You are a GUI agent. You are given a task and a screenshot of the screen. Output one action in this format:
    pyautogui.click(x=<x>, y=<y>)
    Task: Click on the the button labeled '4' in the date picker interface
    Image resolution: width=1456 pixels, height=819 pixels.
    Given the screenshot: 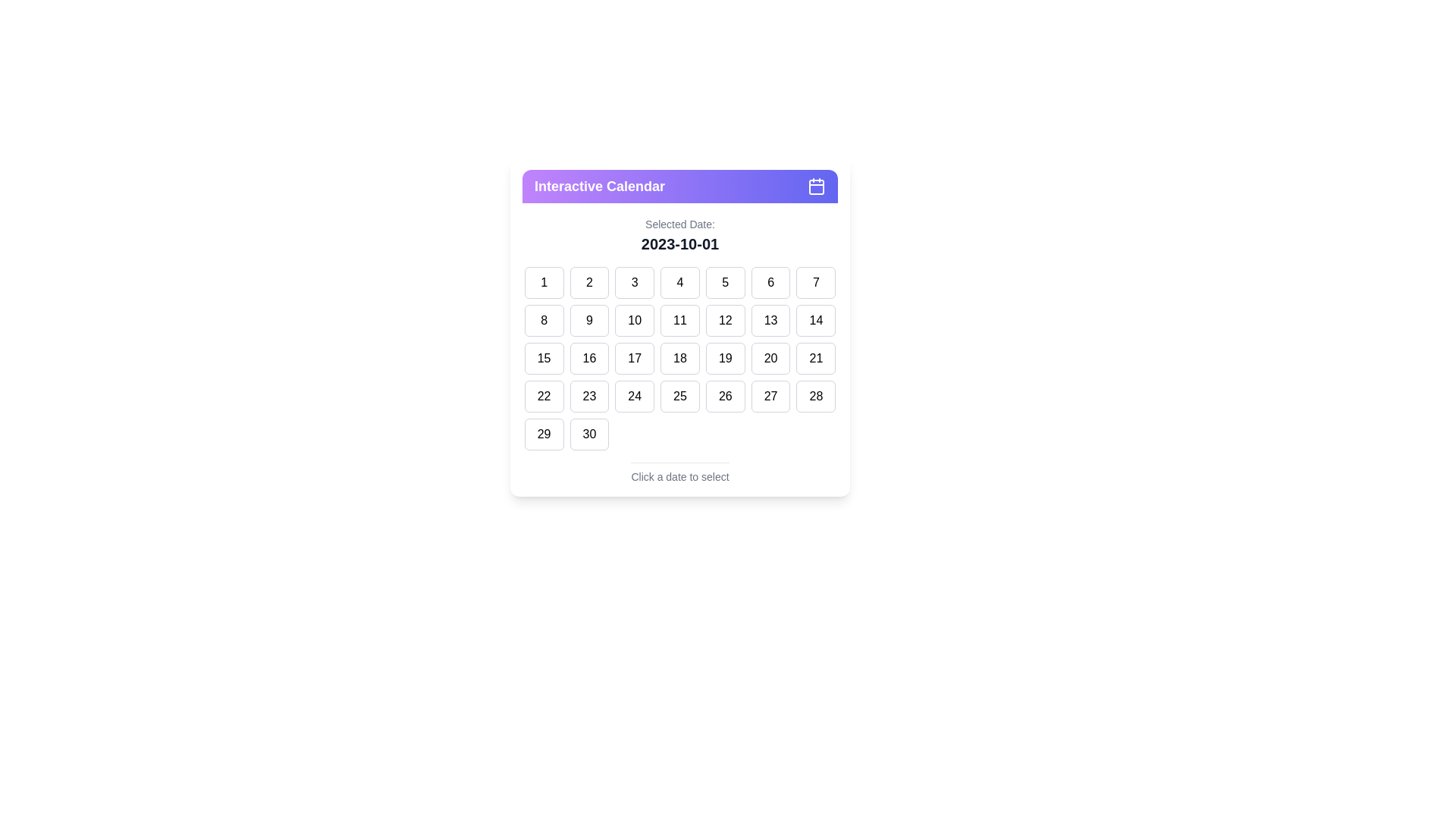 What is the action you would take?
    pyautogui.click(x=679, y=283)
    